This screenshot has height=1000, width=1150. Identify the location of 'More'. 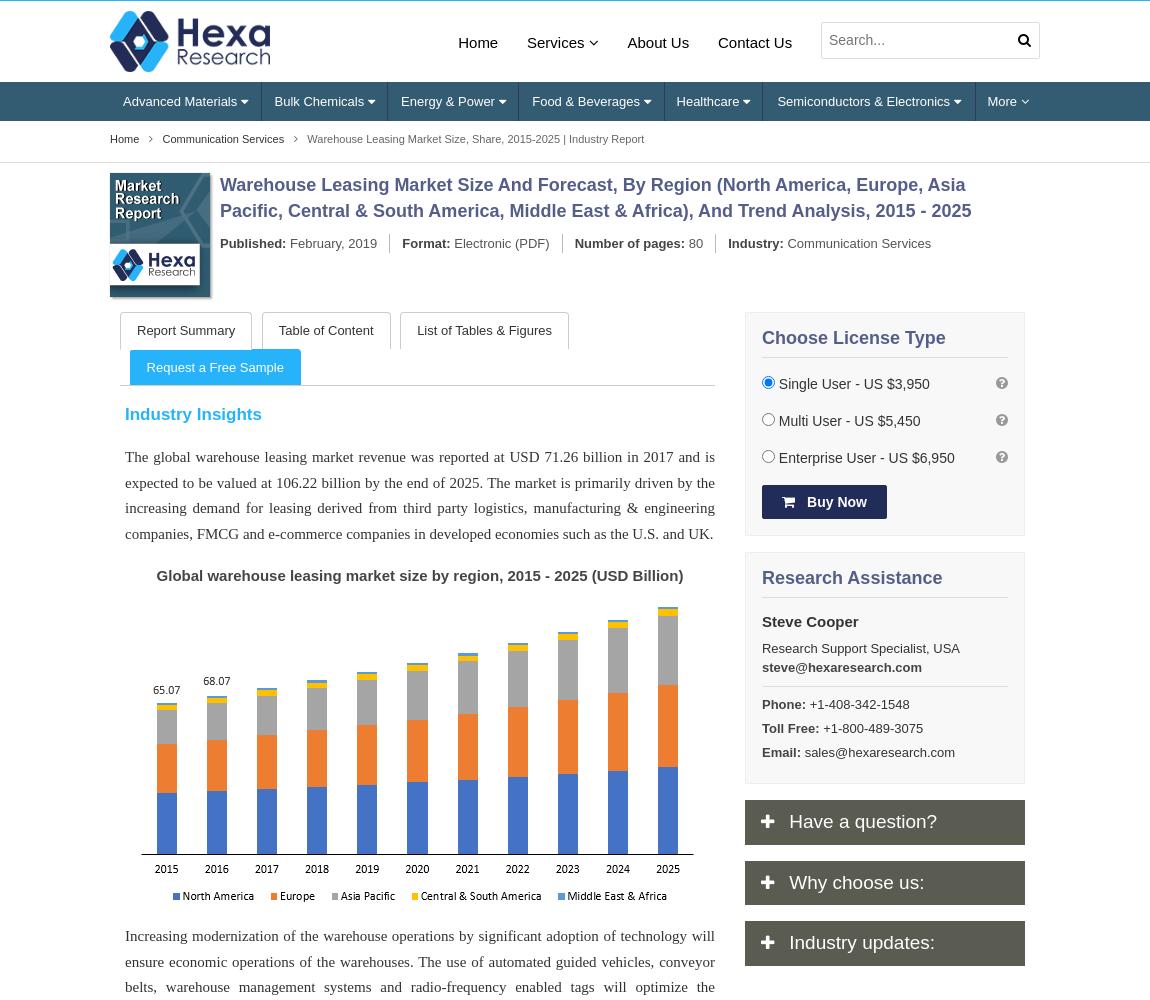
(1003, 99).